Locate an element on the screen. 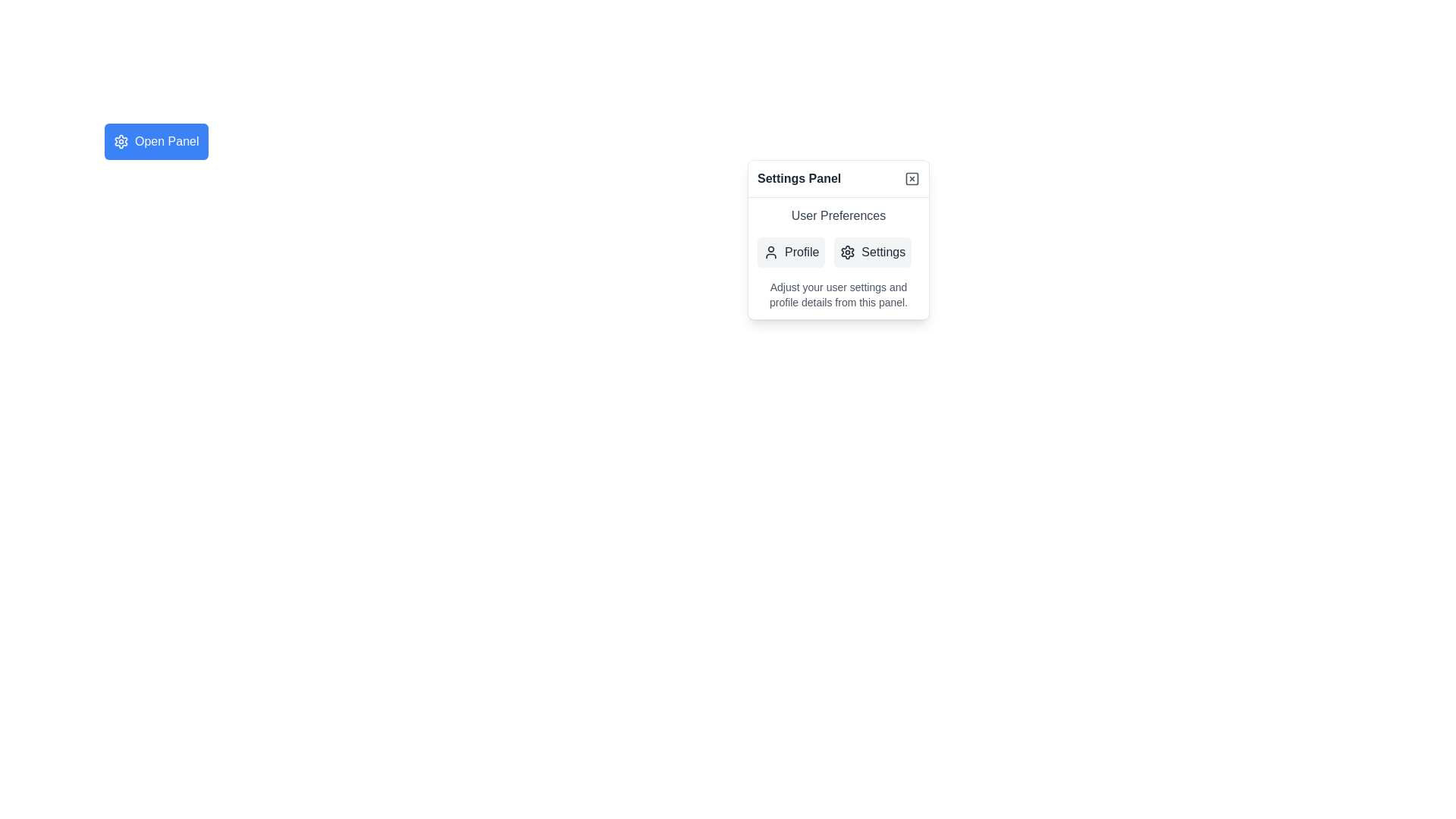  the 'Settings Panel' static text label located at the top of the settings card, which is styled with a bold font and positioned towards the left in the header section is located at coordinates (799, 177).